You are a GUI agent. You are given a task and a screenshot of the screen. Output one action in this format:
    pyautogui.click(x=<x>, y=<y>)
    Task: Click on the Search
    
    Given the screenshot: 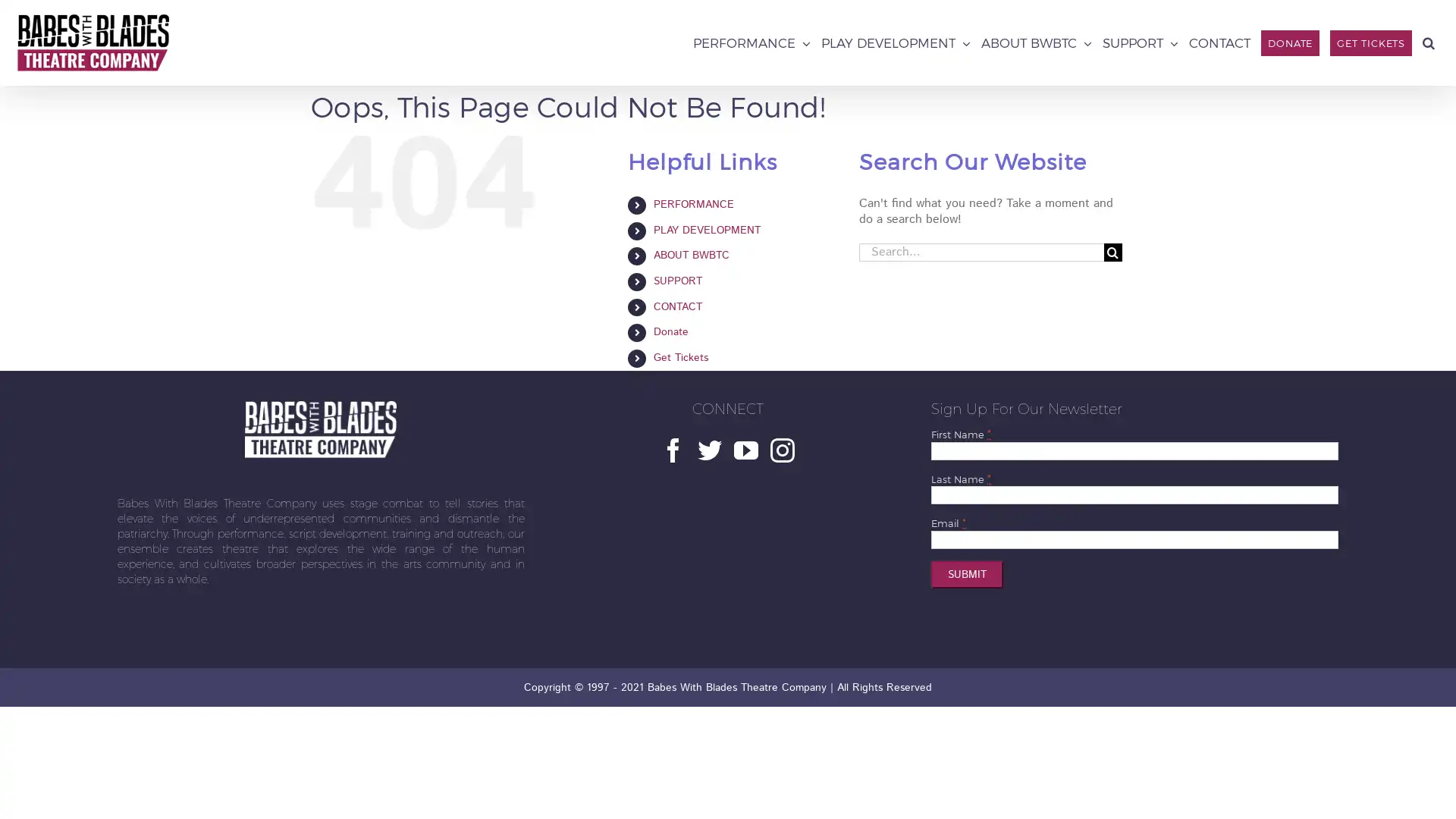 What is the action you would take?
    pyautogui.click(x=1112, y=250)
    